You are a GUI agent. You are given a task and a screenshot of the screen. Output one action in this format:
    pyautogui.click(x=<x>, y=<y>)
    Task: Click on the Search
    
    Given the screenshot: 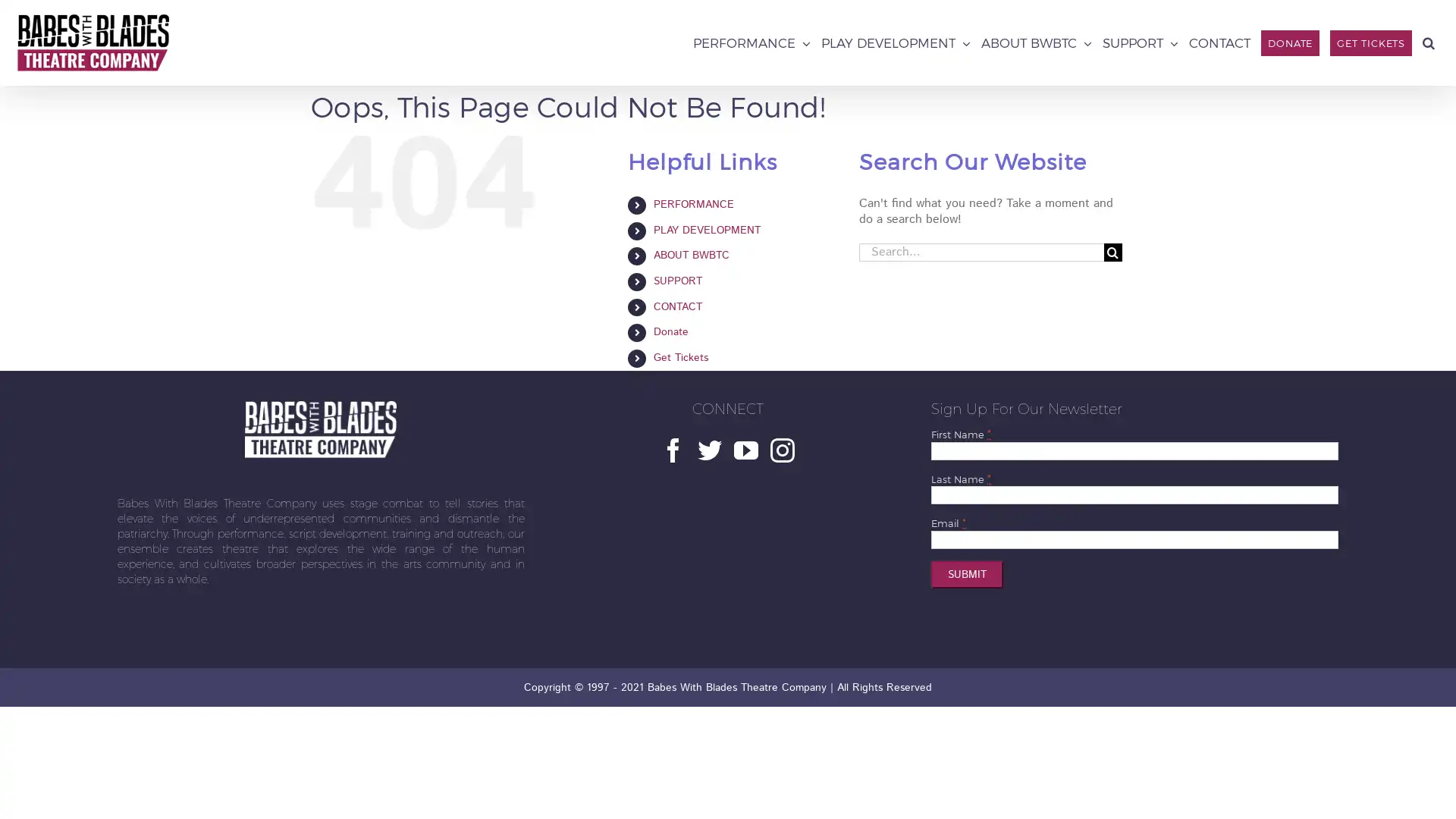 What is the action you would take?
    pyautogui.click(x=1112, y=250)
    